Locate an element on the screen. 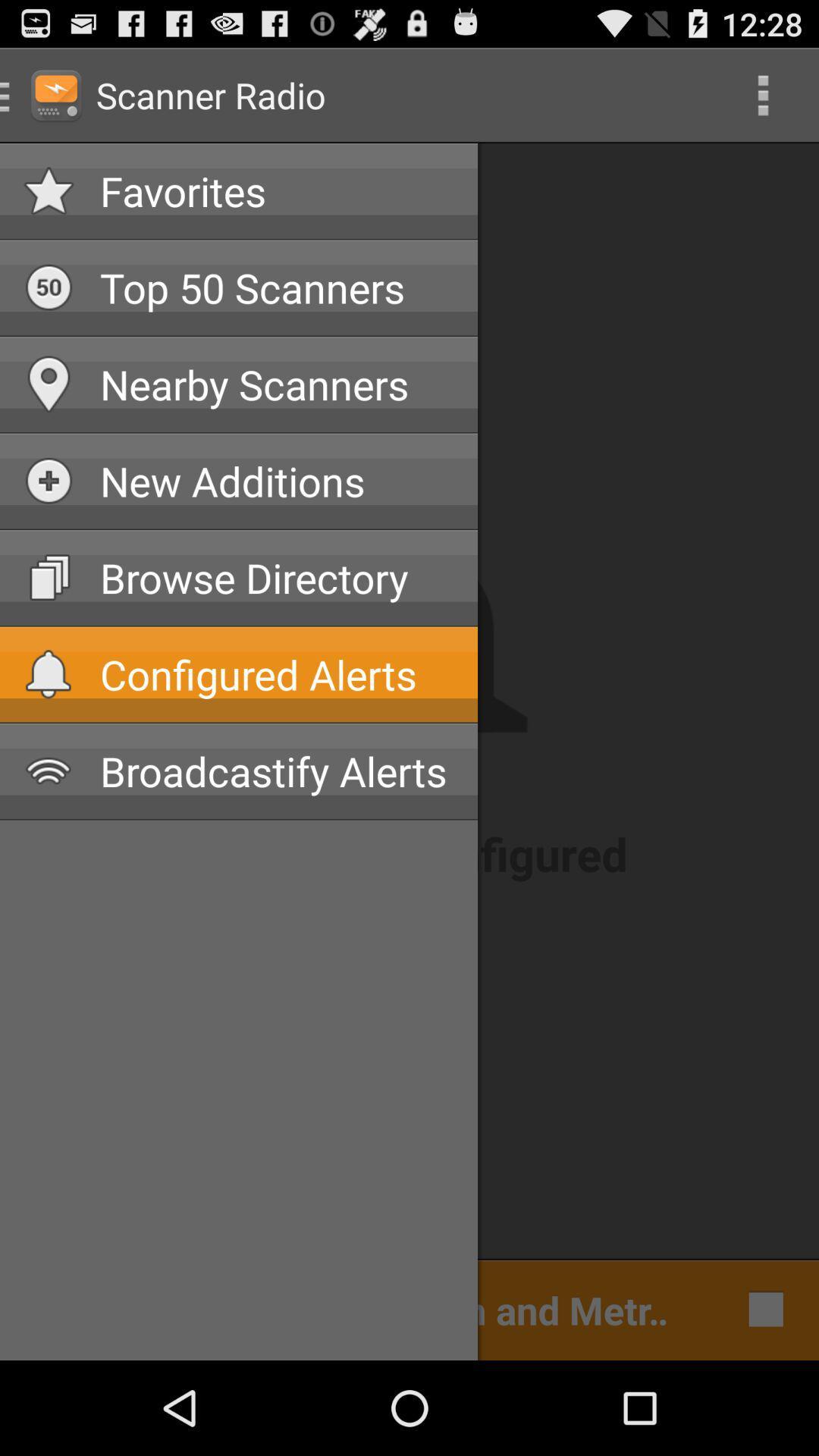  the plus symbol is located at coordinates (49, 480).